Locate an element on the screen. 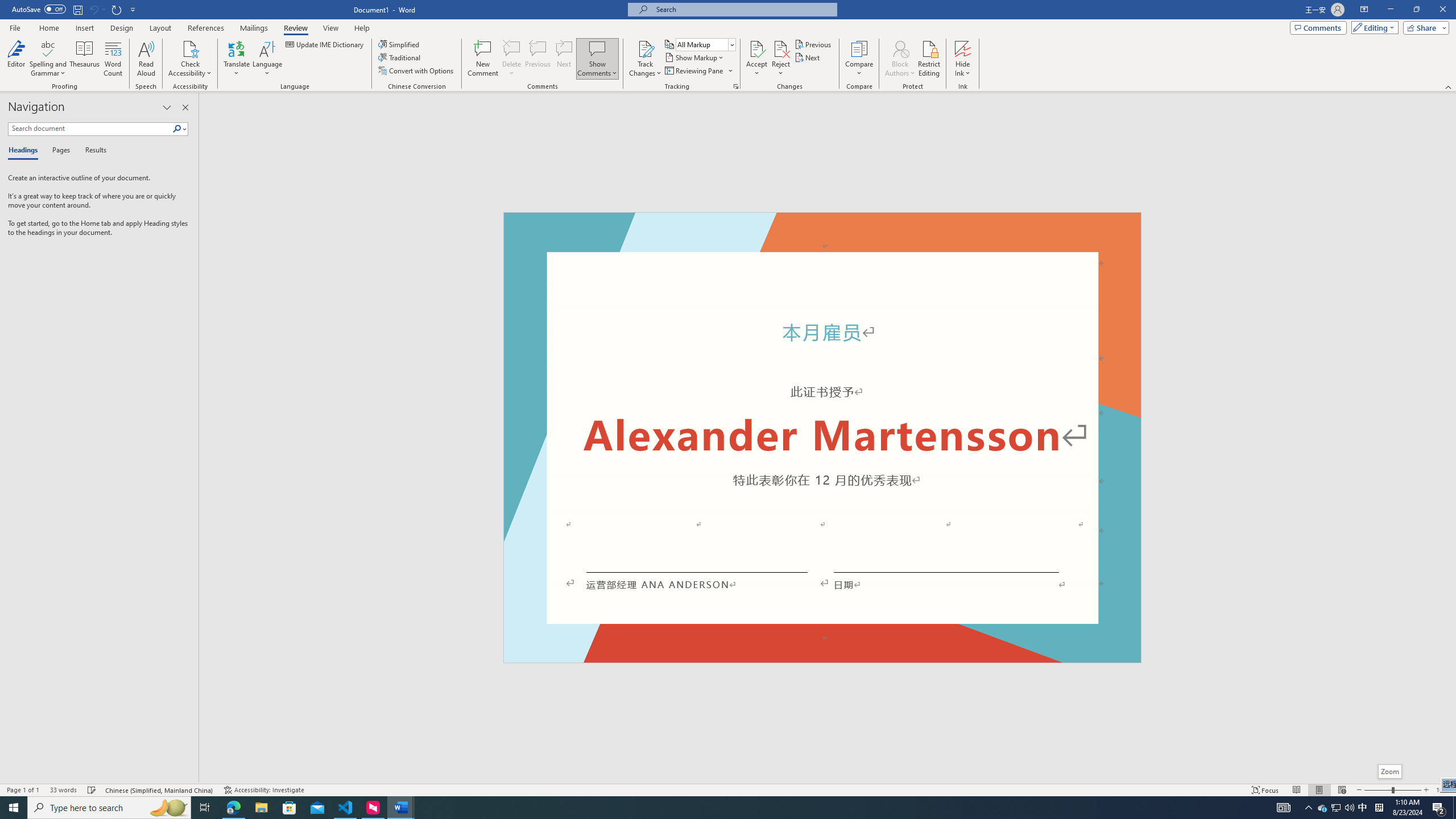 Image resolution: width=1456 pixels, height=819 pixels. 'Can' is located at coordinates (93, 9).